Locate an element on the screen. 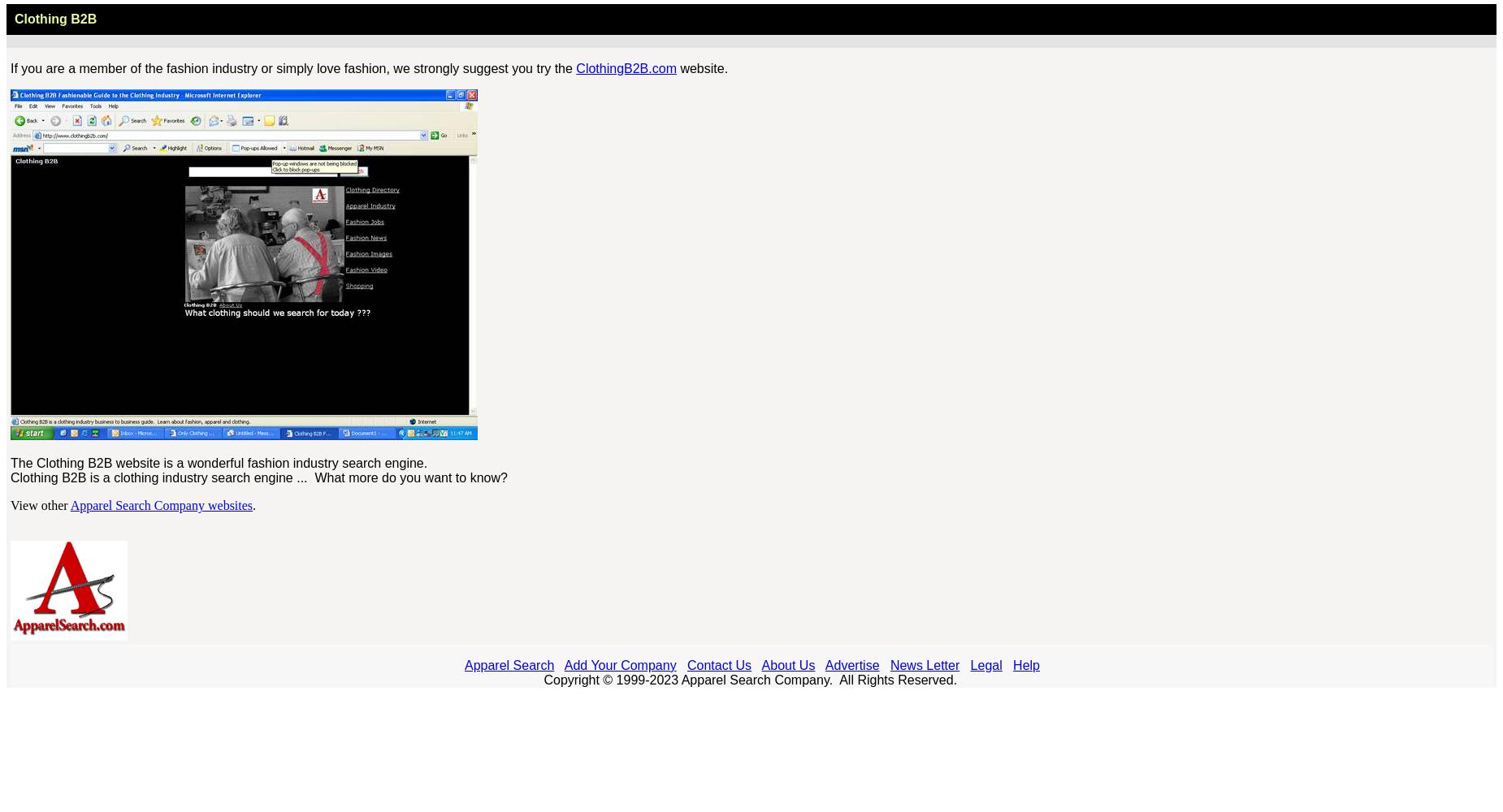  '.' is located at coordinates (253, 504).